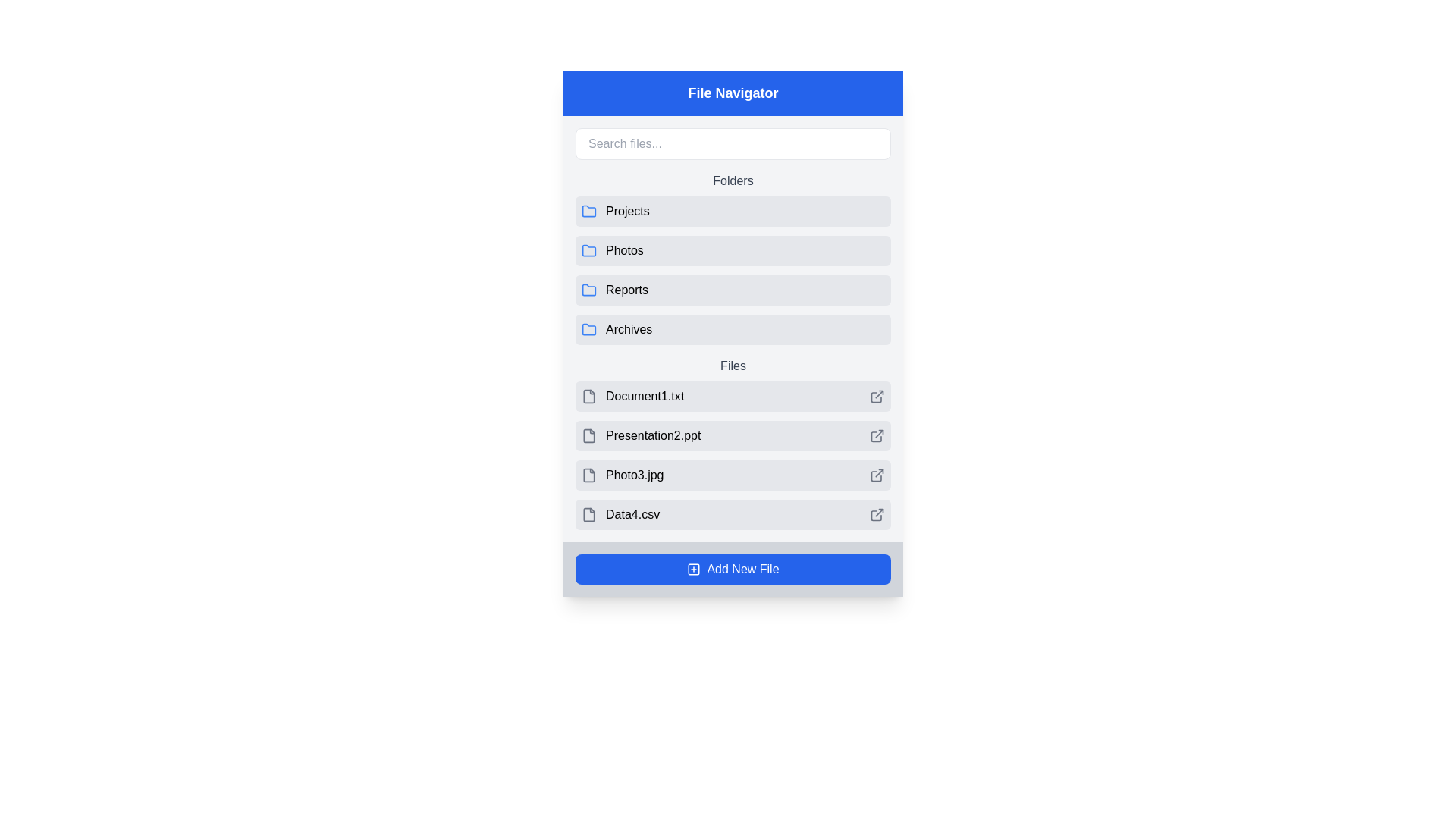 This screenshot has width=1456, height=819. I want to click on the external link icon represented by a diagonal arrow pointing upwards and to the right, located on the far right of the 'Data4.csv' file entry in the 'Files' section, so click(879, 512).